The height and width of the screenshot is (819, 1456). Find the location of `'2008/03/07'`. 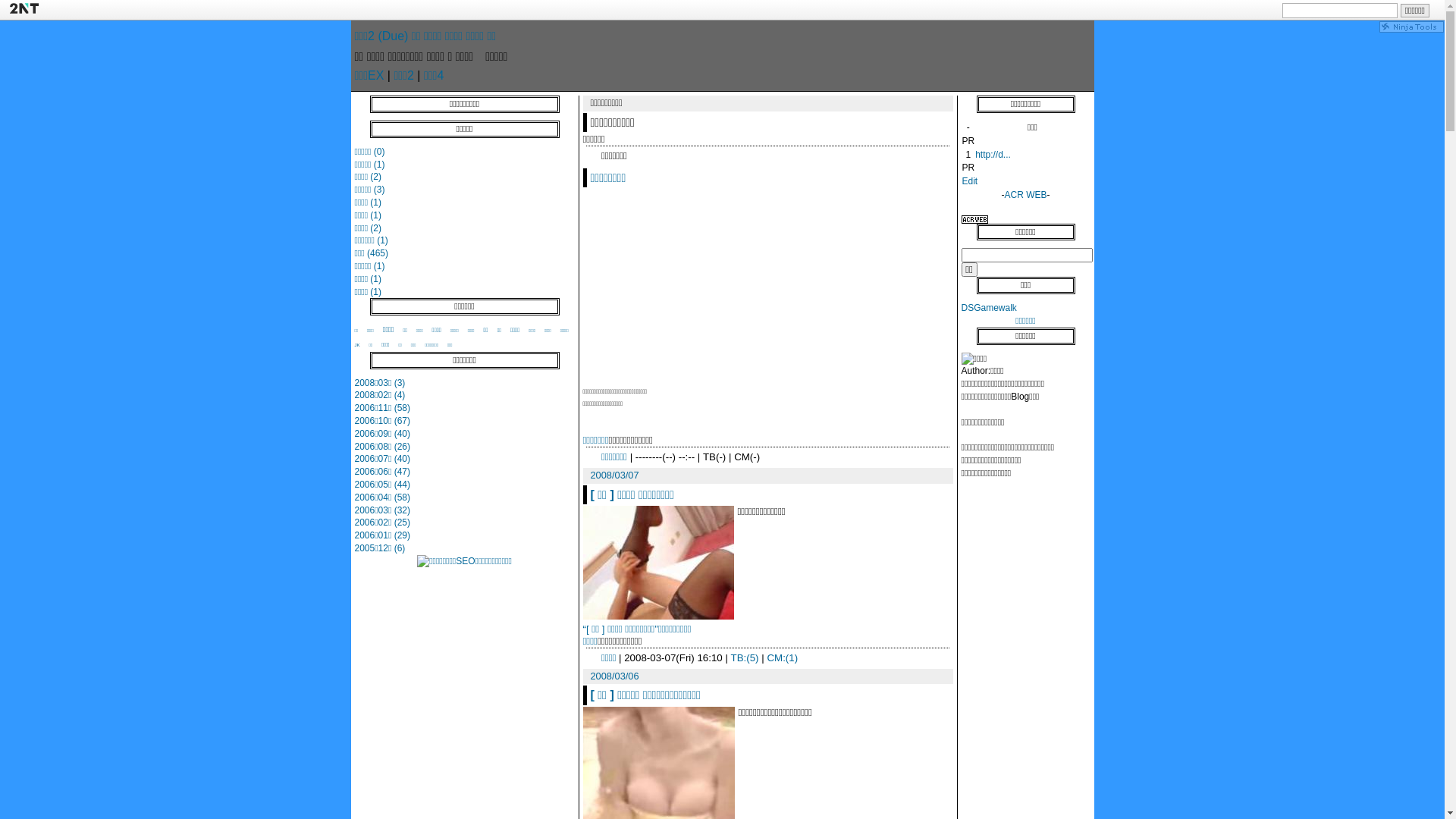

'2008/03/07' is located at coordinates (588, 474).